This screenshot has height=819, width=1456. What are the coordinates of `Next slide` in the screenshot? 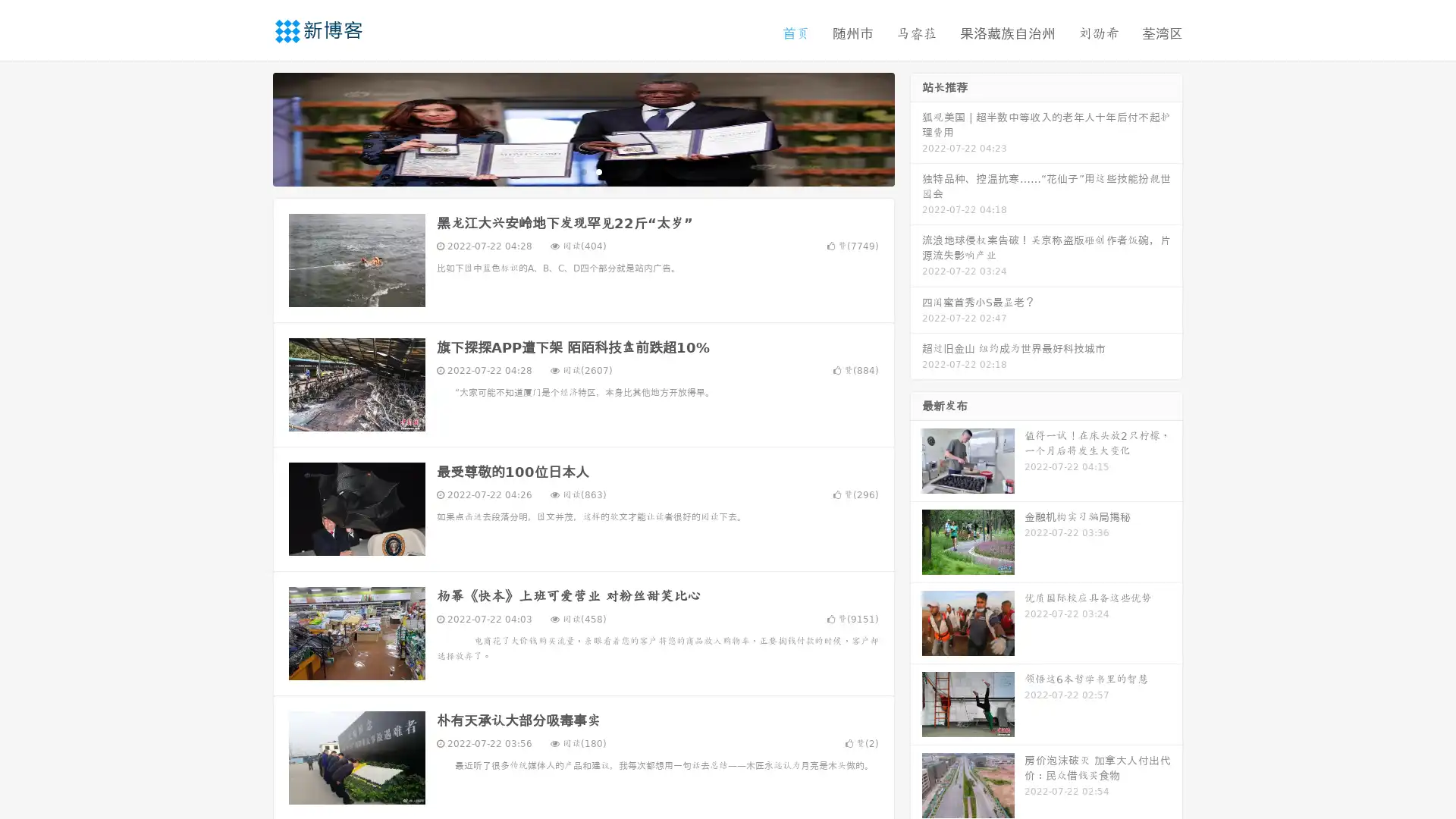 It's located at (916, 127).